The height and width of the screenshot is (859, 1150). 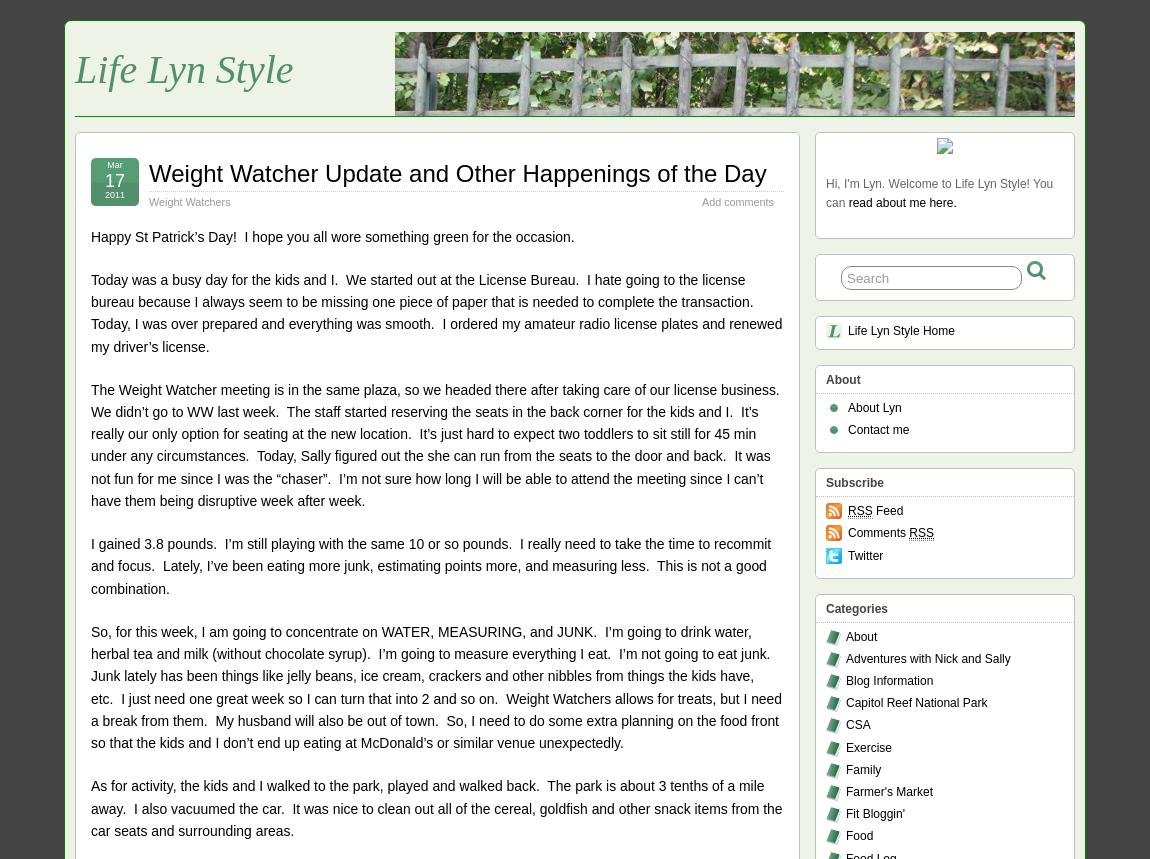 I want to click on 'Life Lyn Style', so click(x=73, y=68).